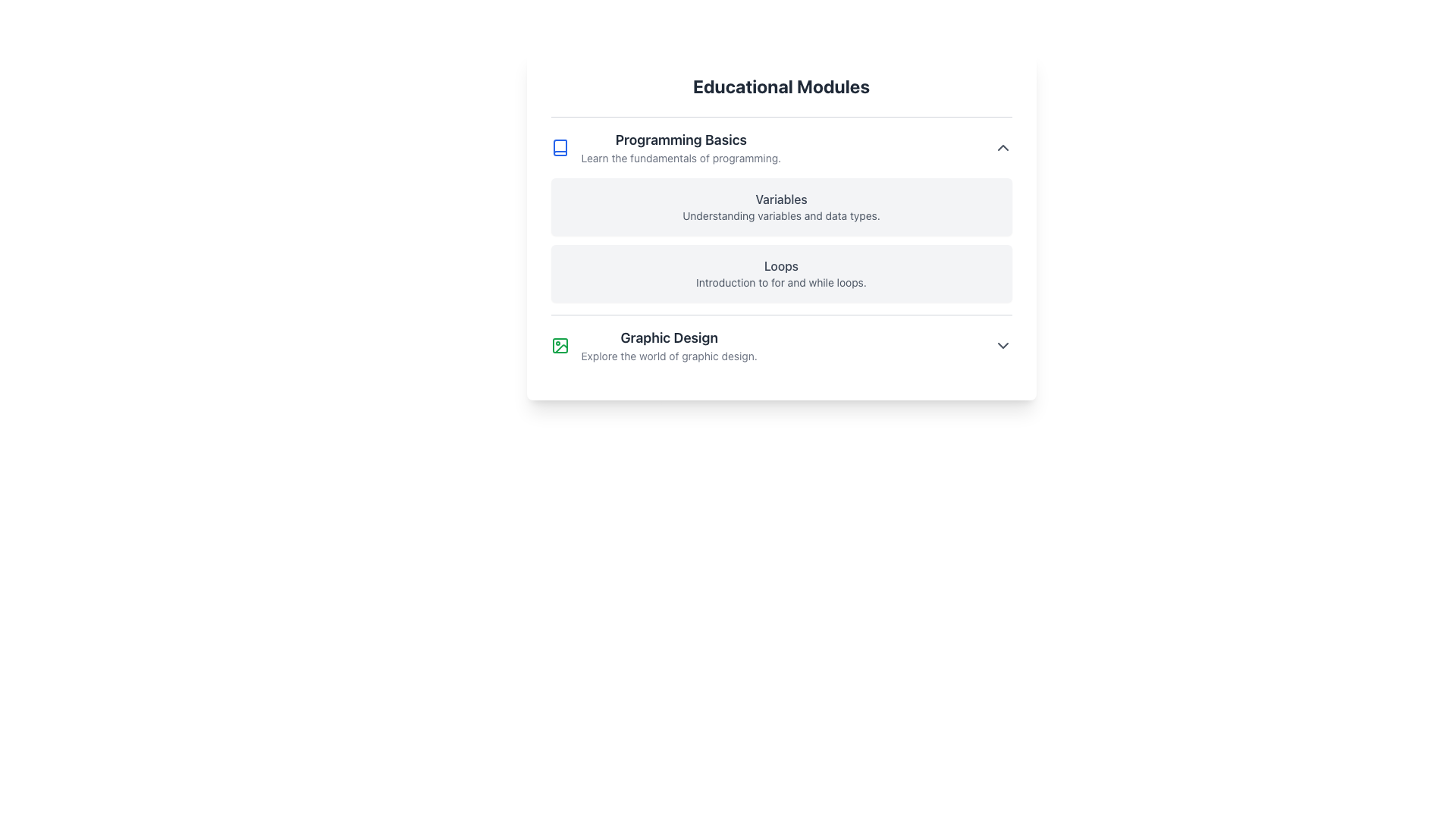 Image resolution: width=1456 pixels, height=819 pixels. Describe the element at coordinates (559, 148) in the screenshot. I see `the small blue book icon with a hollow graphical style, located at the far left of the 'Programming Basics' section, aligned with the header text` at that location.